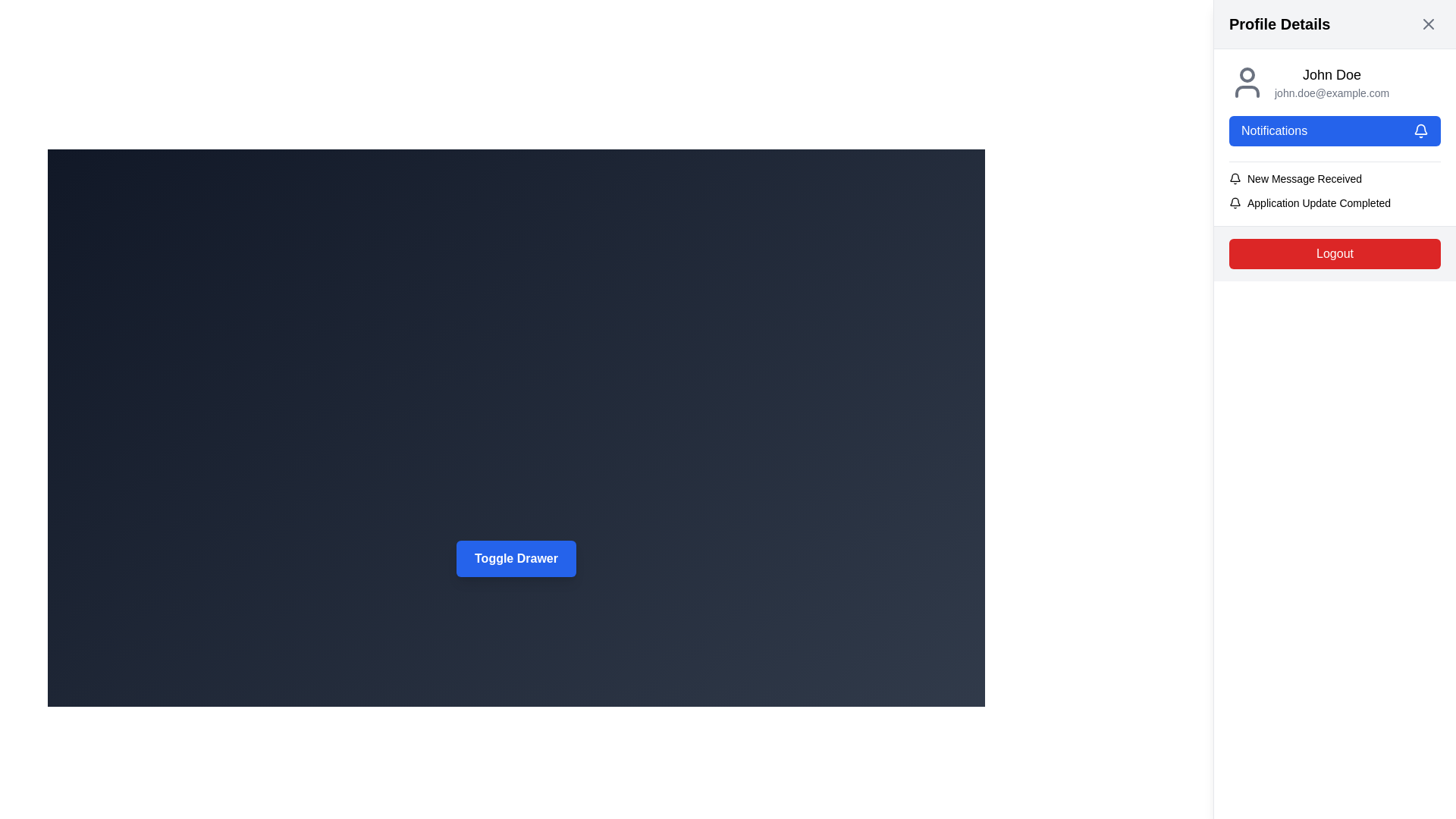 The height and width of the screenshot is (819, 1456). Describe the element at coordinates (1318, 202) in the screenshot. I see `text content of the notification label that says 'Application Update Completed', located in the notification panel under the profile section` at that location.